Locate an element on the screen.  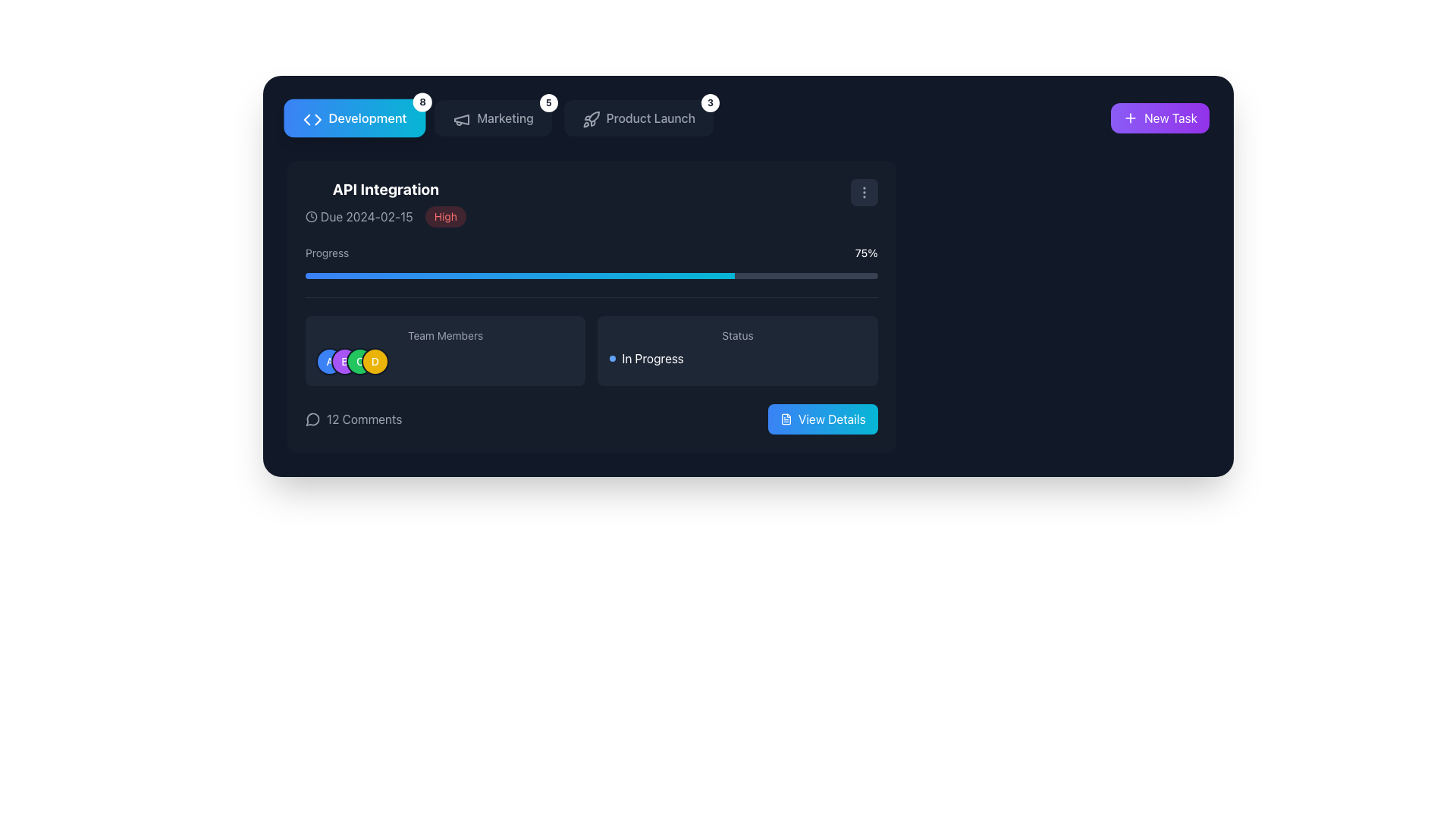
the SVG icon resembling a document or file with text lines, which is located inside the 'View Details' button at the bottom-right corner of the 'API Integration' section is located at coordinates (786, 419).